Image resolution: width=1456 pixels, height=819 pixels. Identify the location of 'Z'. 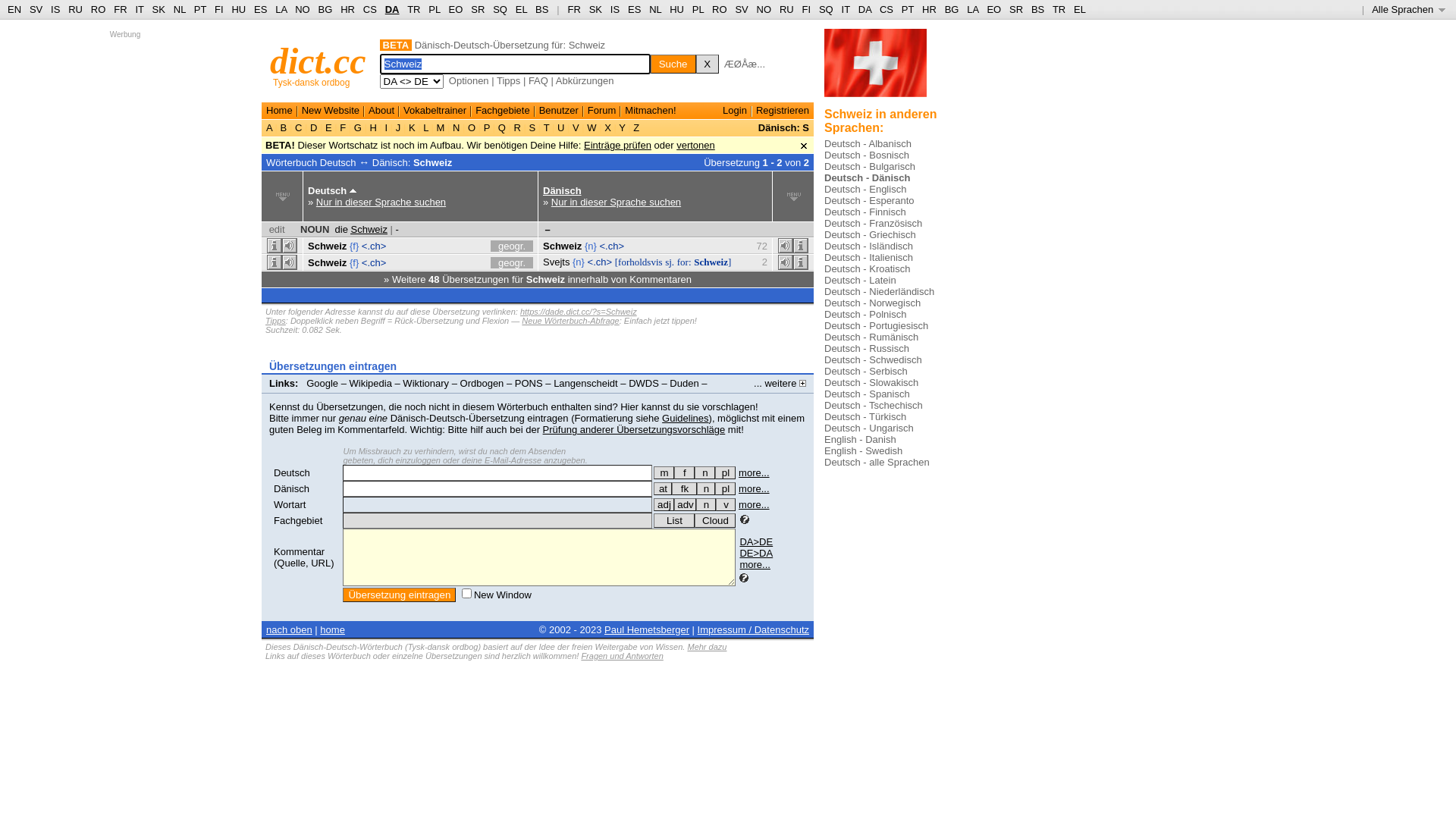
(636, 127).